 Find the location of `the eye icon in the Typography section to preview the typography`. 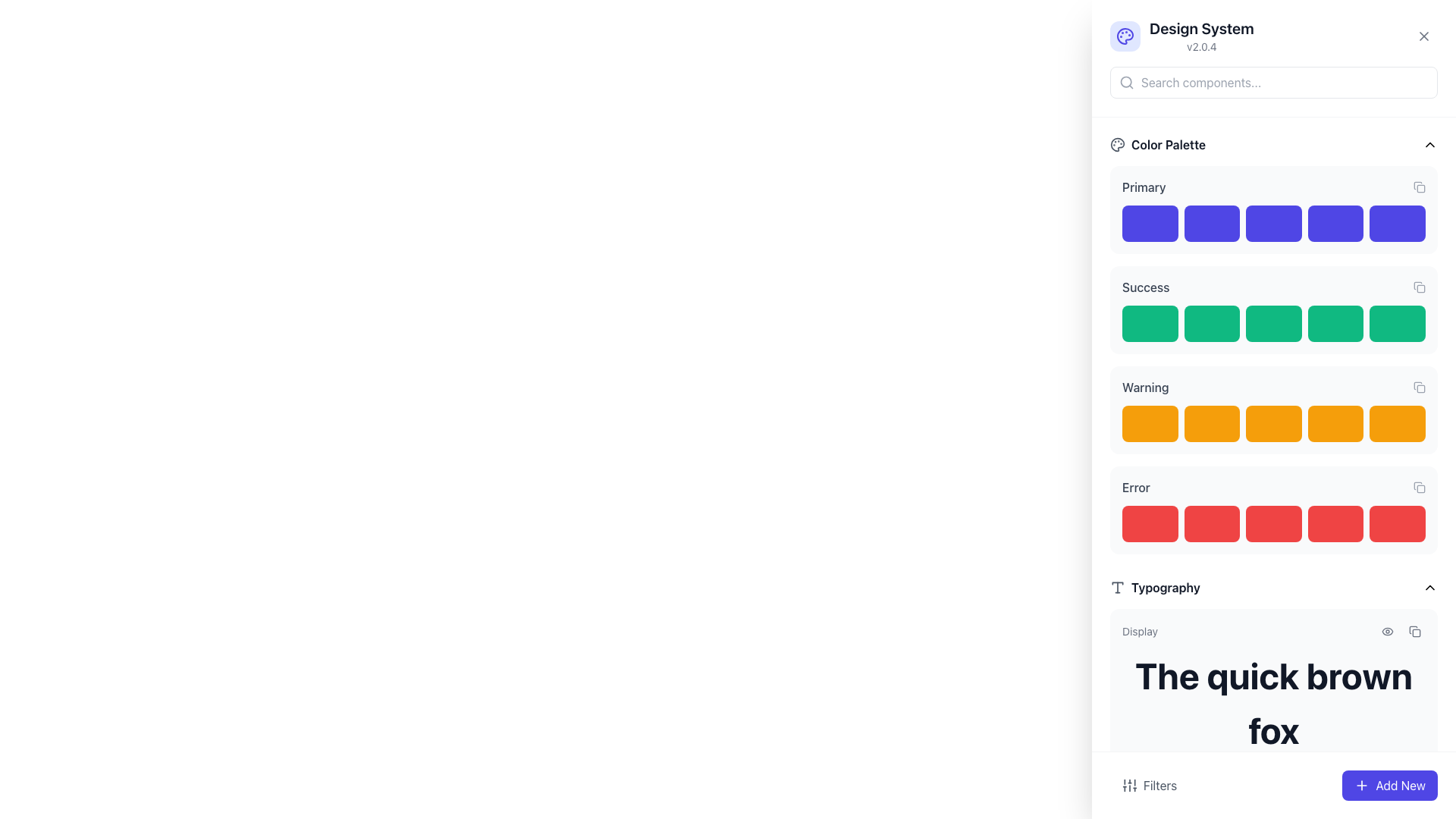

the eye icon in the Typography section to preview the typography is located at coordinates (1401, 632).